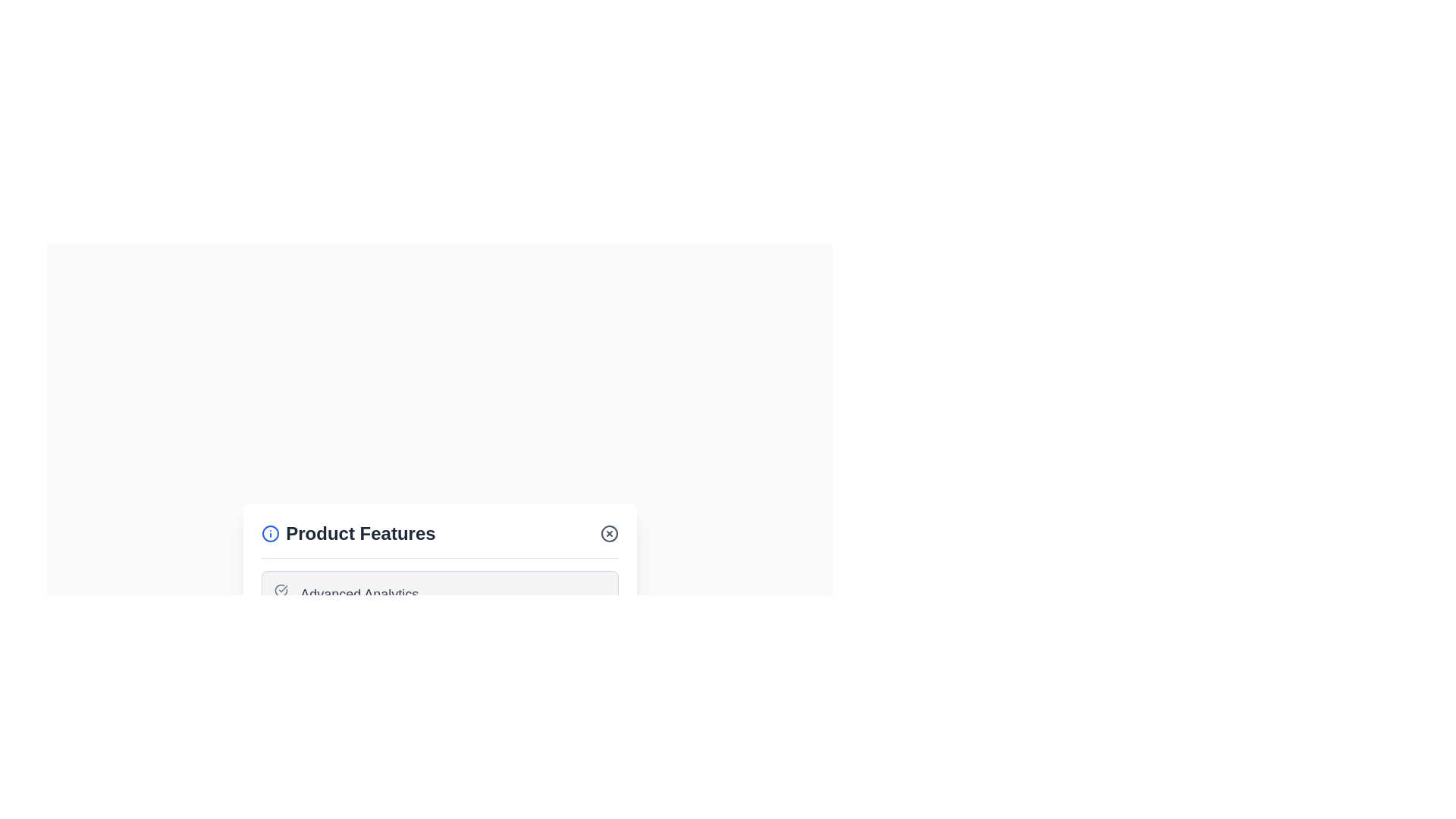 The width and height of the screenshot is (1456, 819). I want to click on the circular button with a cross symbol located at the top-right corner of the 'Product Features' section, so click(609, 532).